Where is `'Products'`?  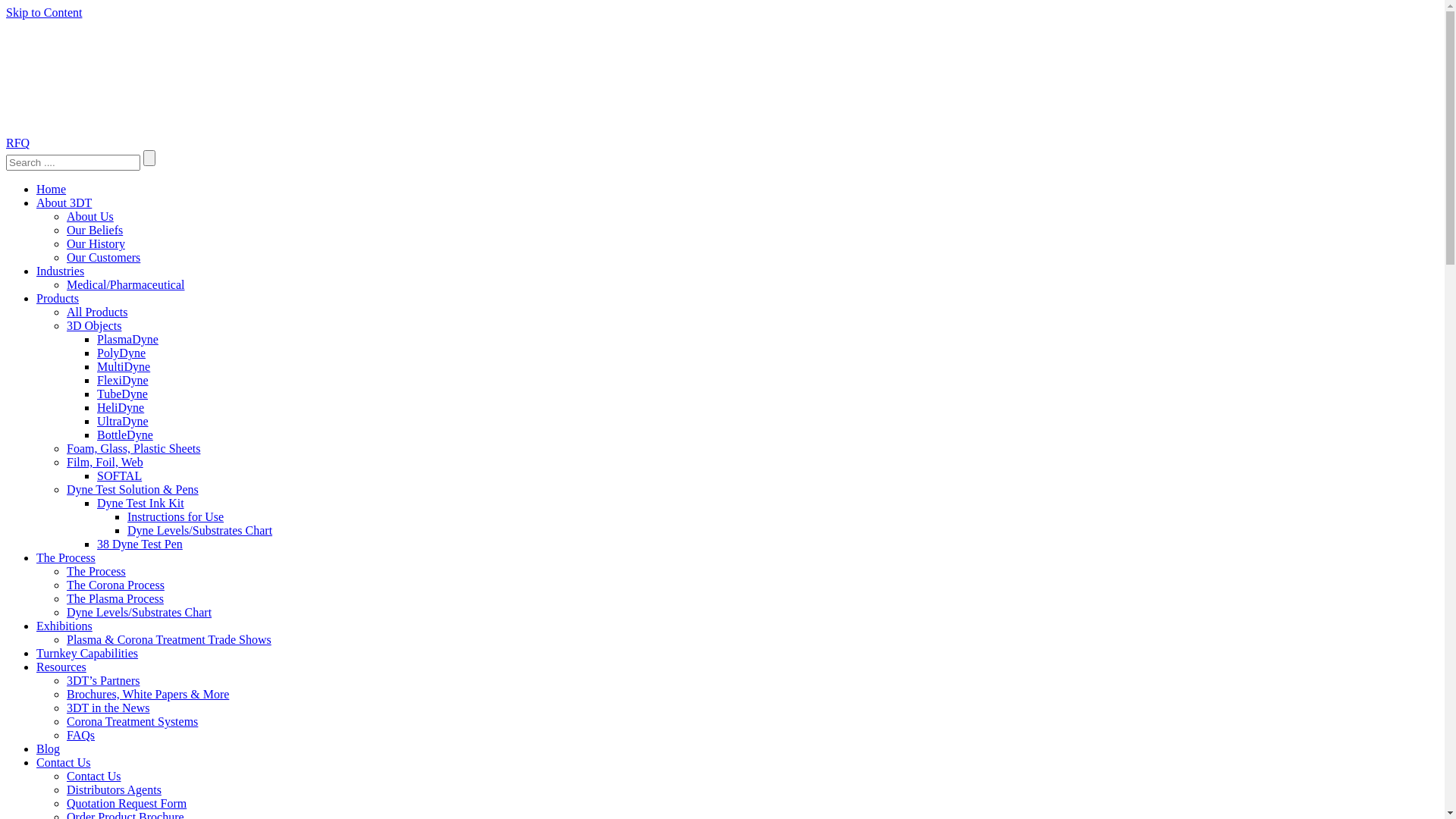 'Products' is located at coordinates (58, 298).